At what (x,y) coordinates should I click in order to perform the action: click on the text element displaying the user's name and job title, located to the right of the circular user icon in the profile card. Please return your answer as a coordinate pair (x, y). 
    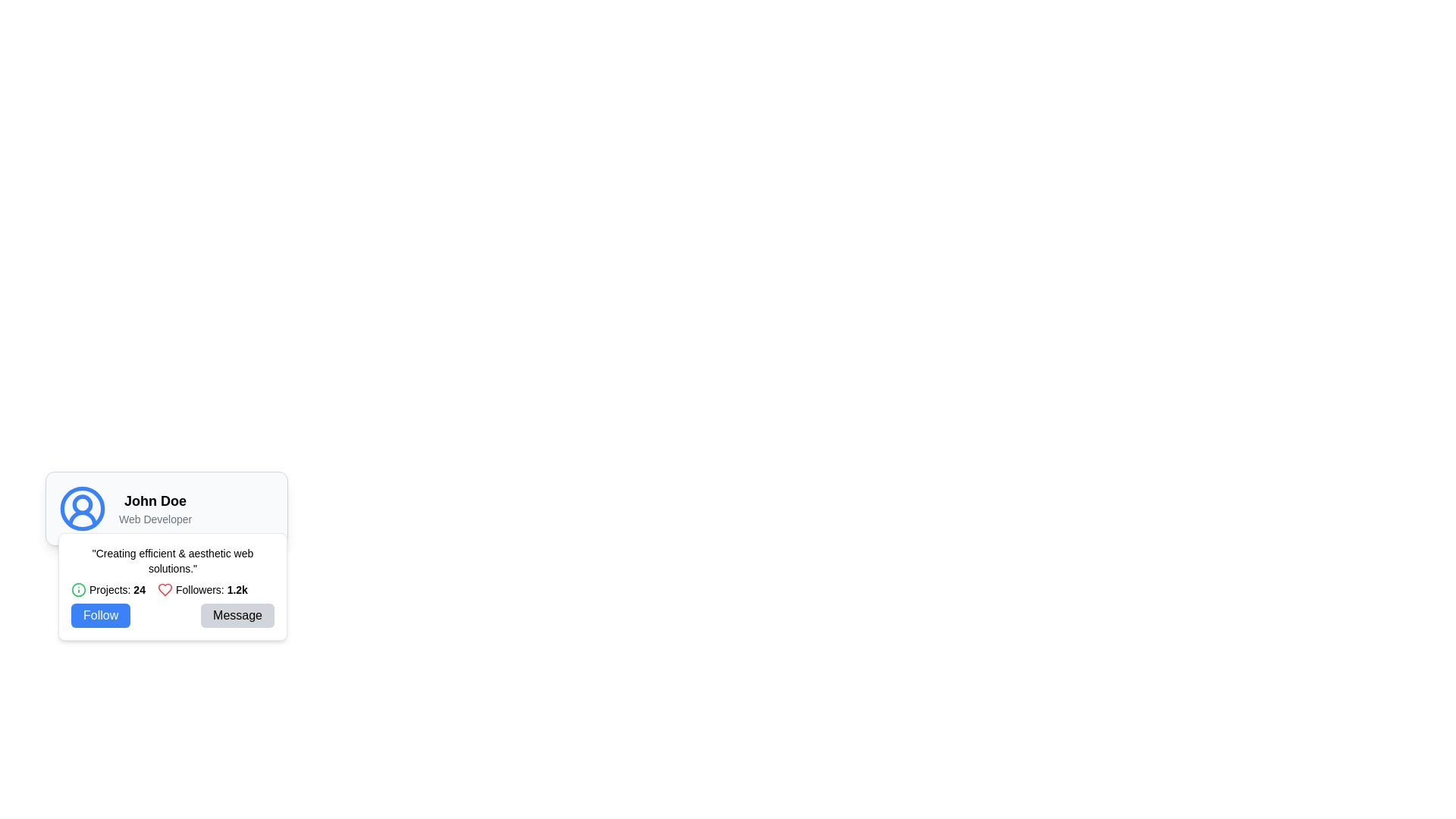
    Looking at the image, I should click on (155, 509).